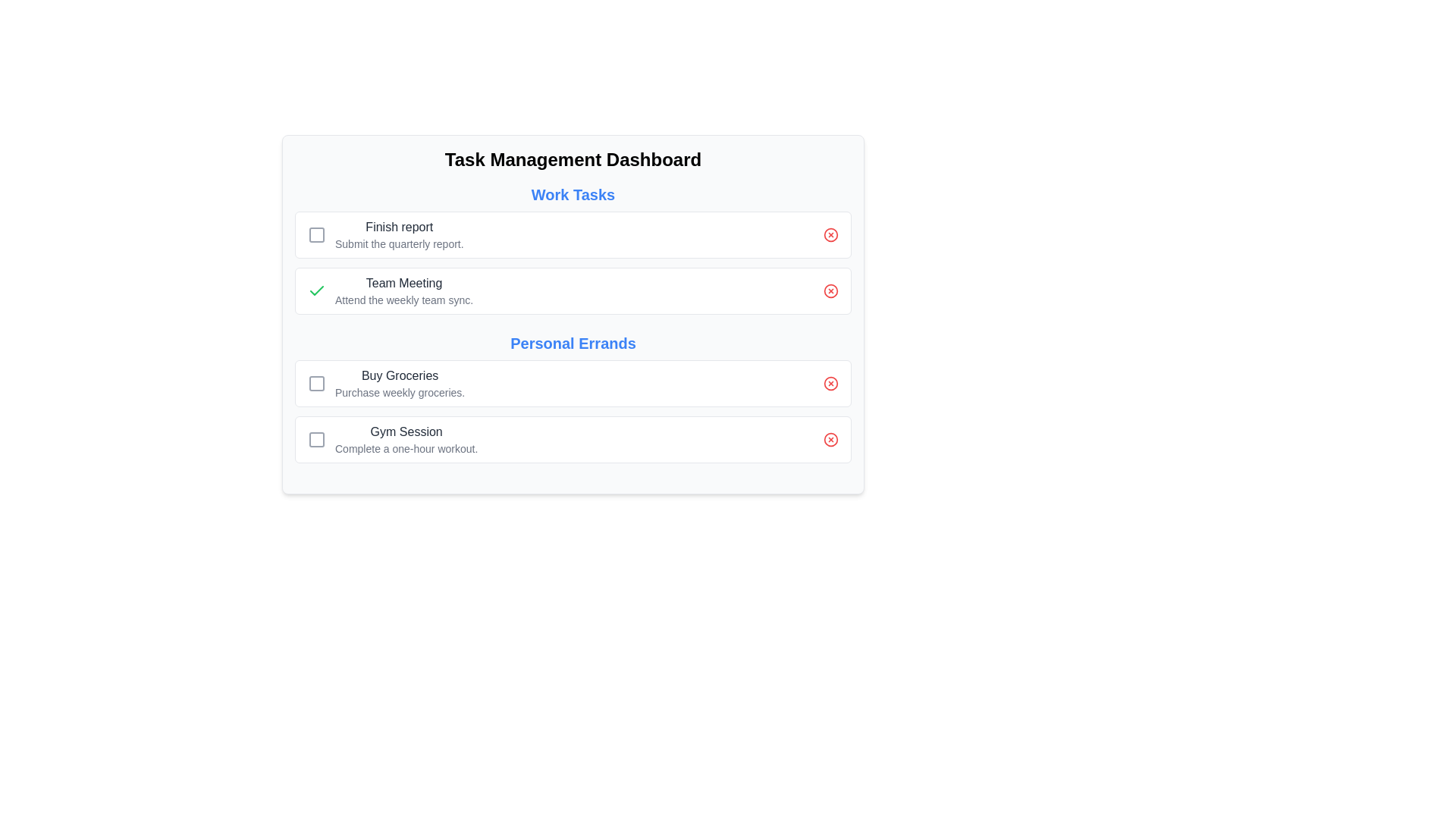 Image resolution: width=1456 pixels, height=819 pixels. Describe the element at coordinates (830, 291) in the screenshot. I see `the delete button for the task 'Team Meeting' located at the far-right end of the row under the 'Work Tasks' section` at that location.